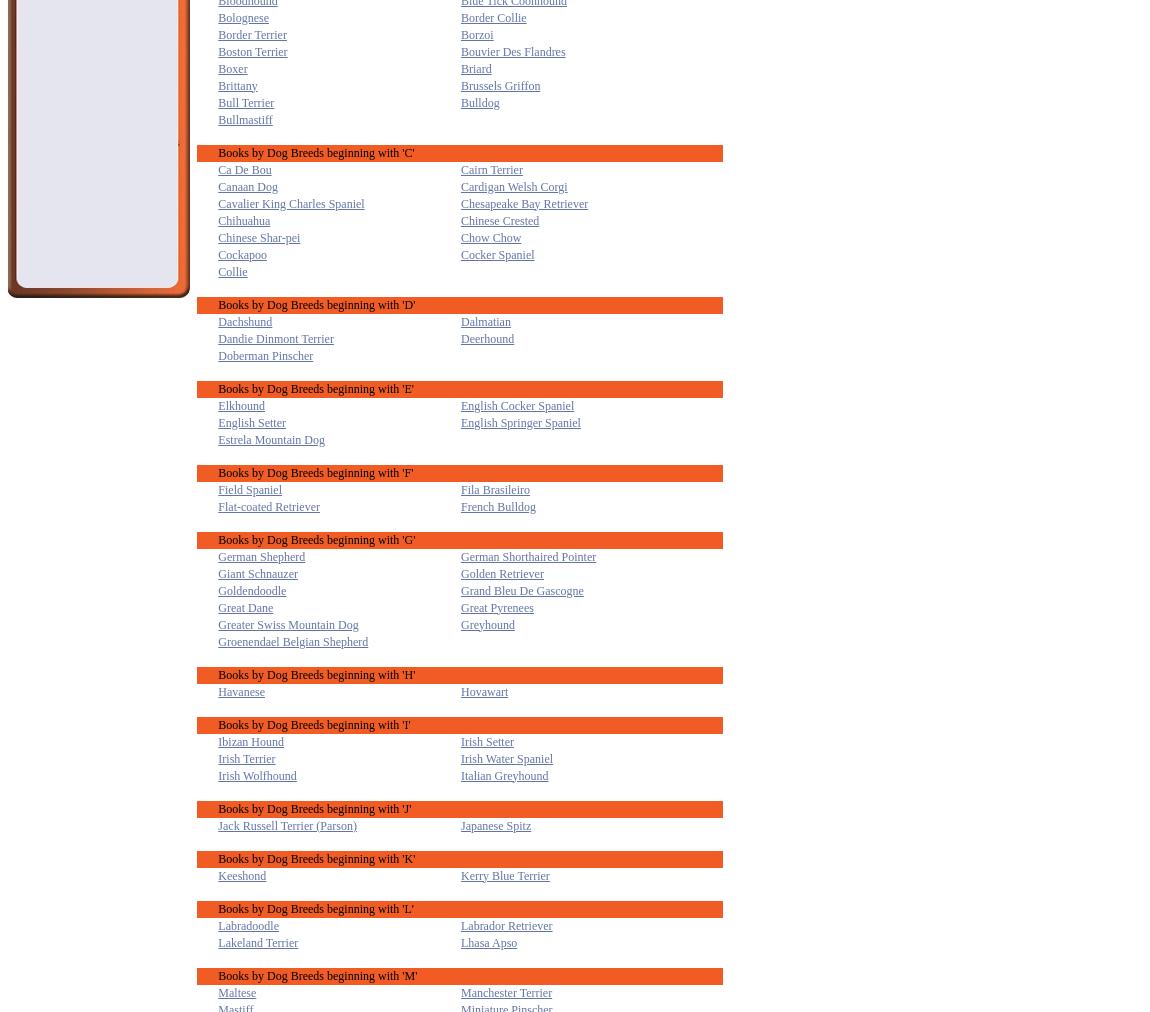  Describe the element at coordinates (264, 354) in the screenshot. I see `'Doberman Pinscher'` at that location.